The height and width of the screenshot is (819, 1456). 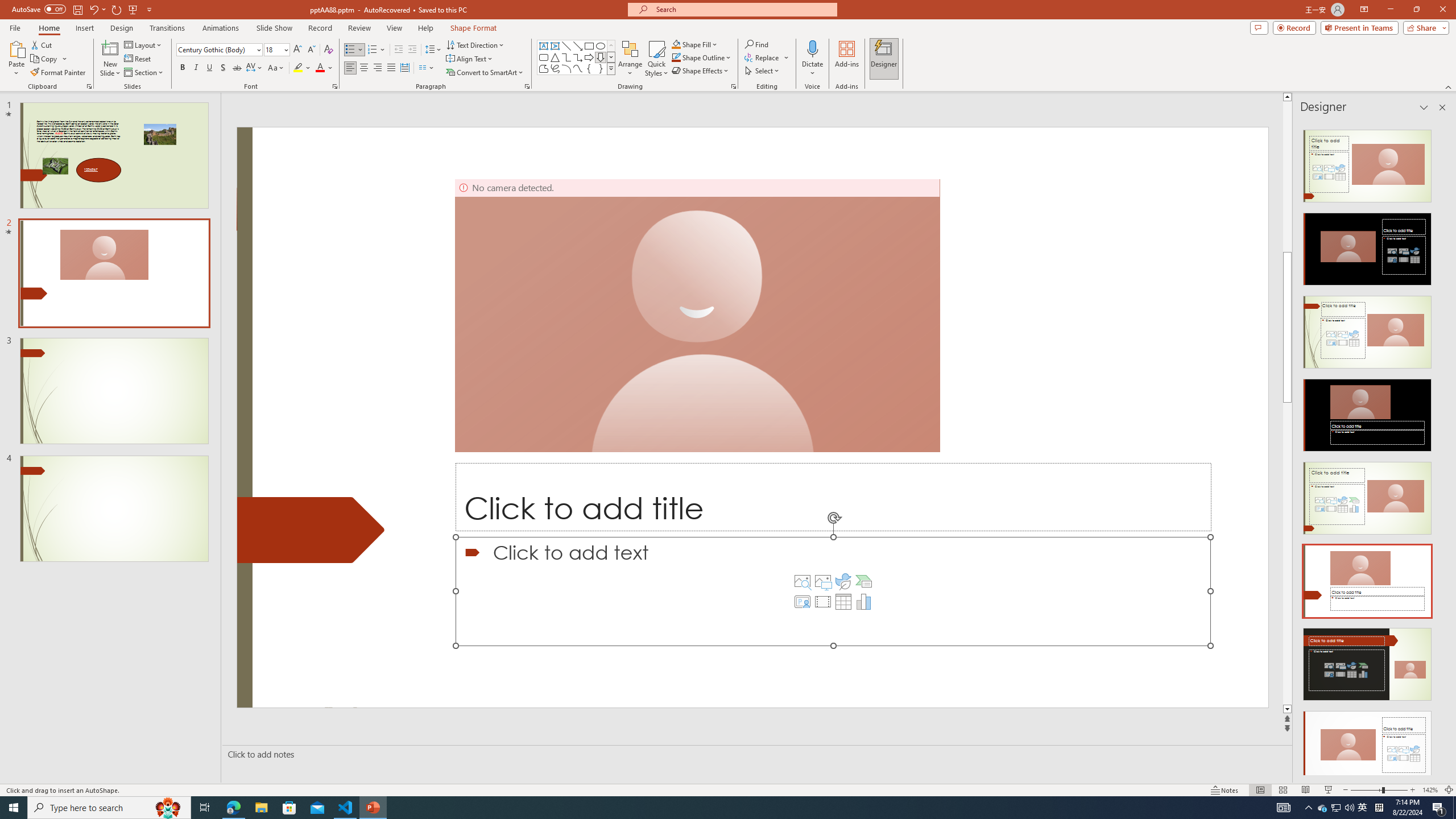 I want to click on 'Character Spacing', so click(x=255, y=67).